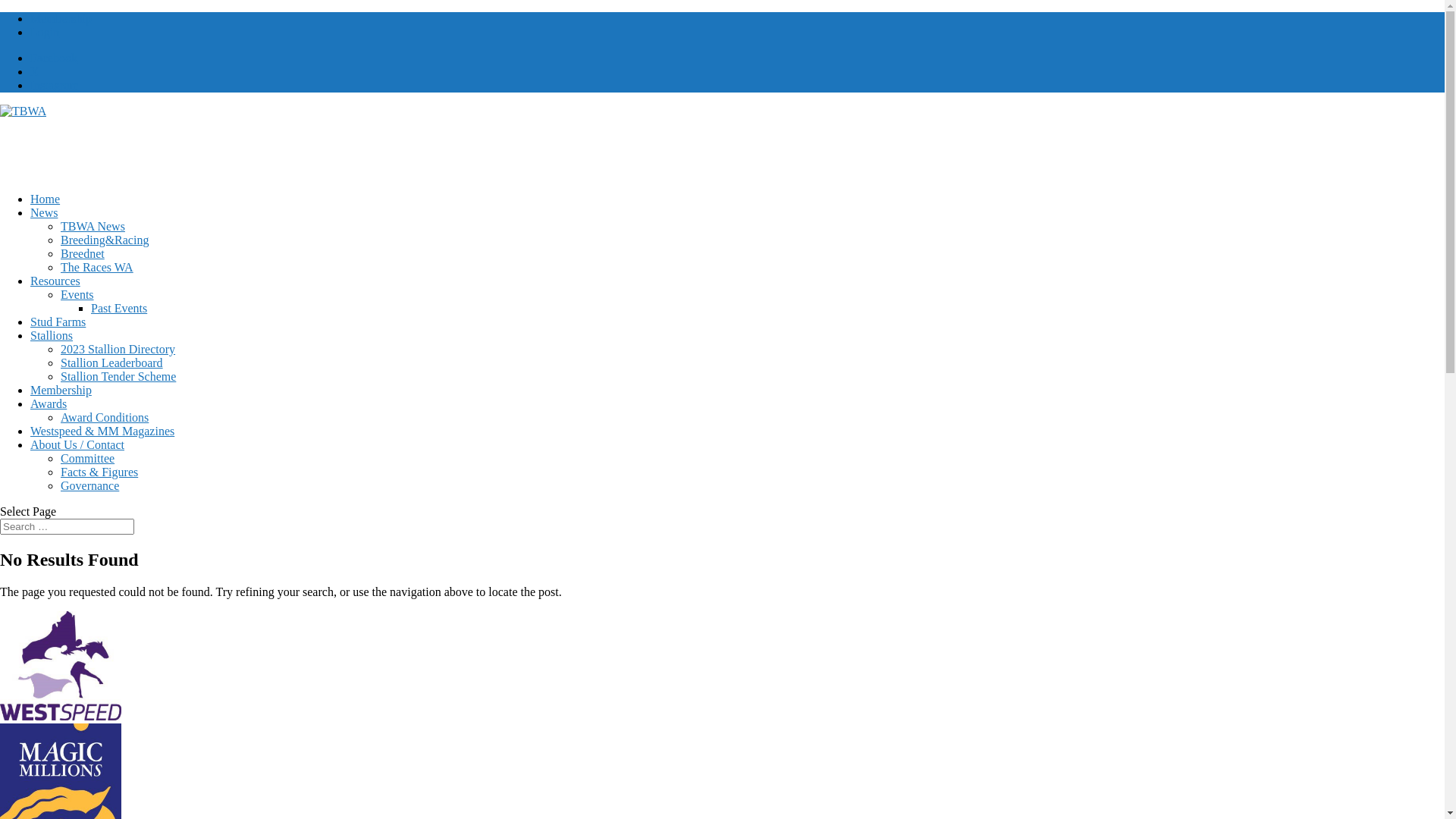 This screenshot has height=819, width=1456. Describe the element at coordinates (118, 307) in the screenshot. I see `'Past Events'` at that location.